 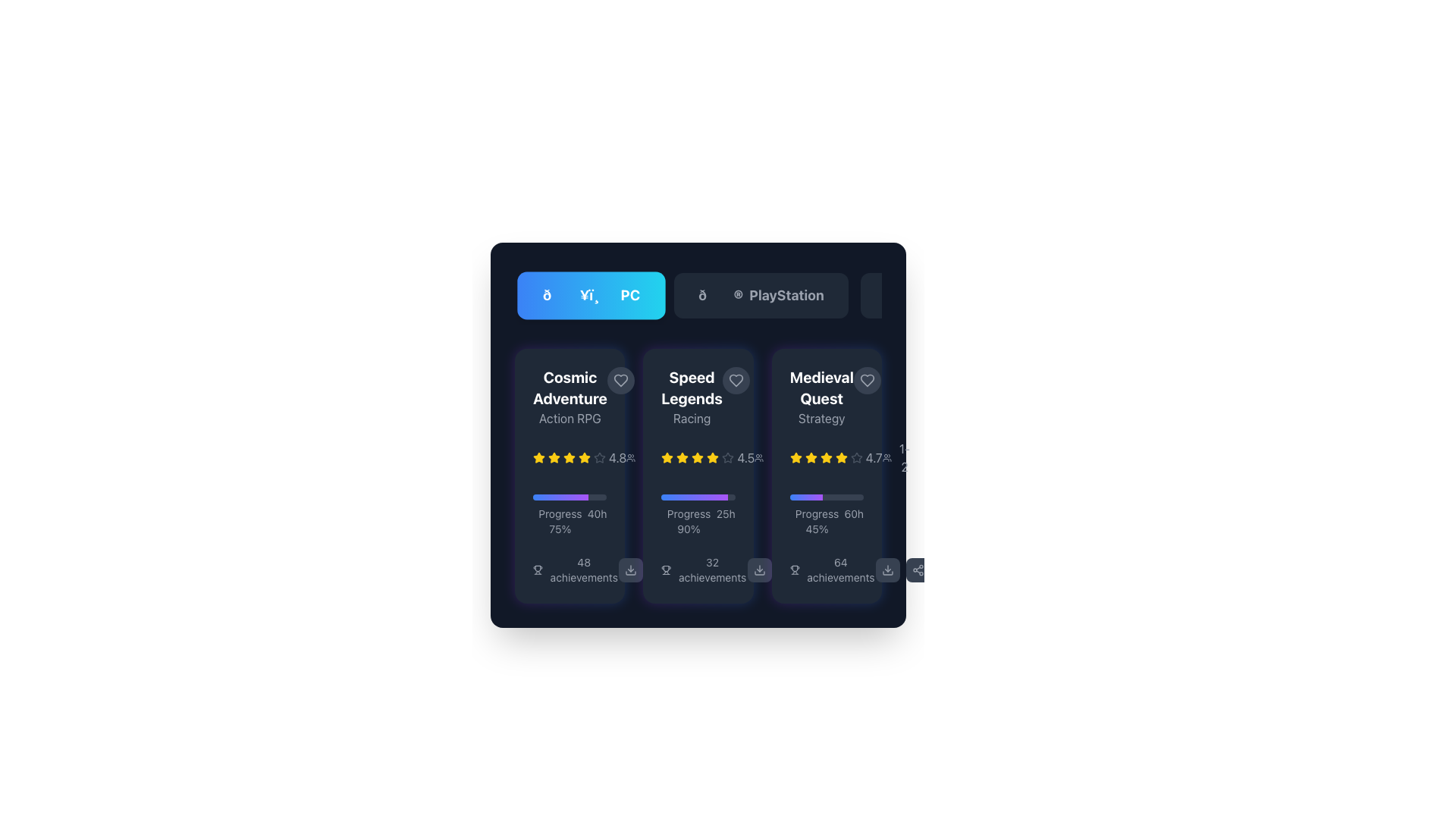 I want to click on the Rating display element that shows a score of '4.8' out of 5, located below the title 'Cosmic Adventure' and above a progress bar, so click(x=579, y=457).